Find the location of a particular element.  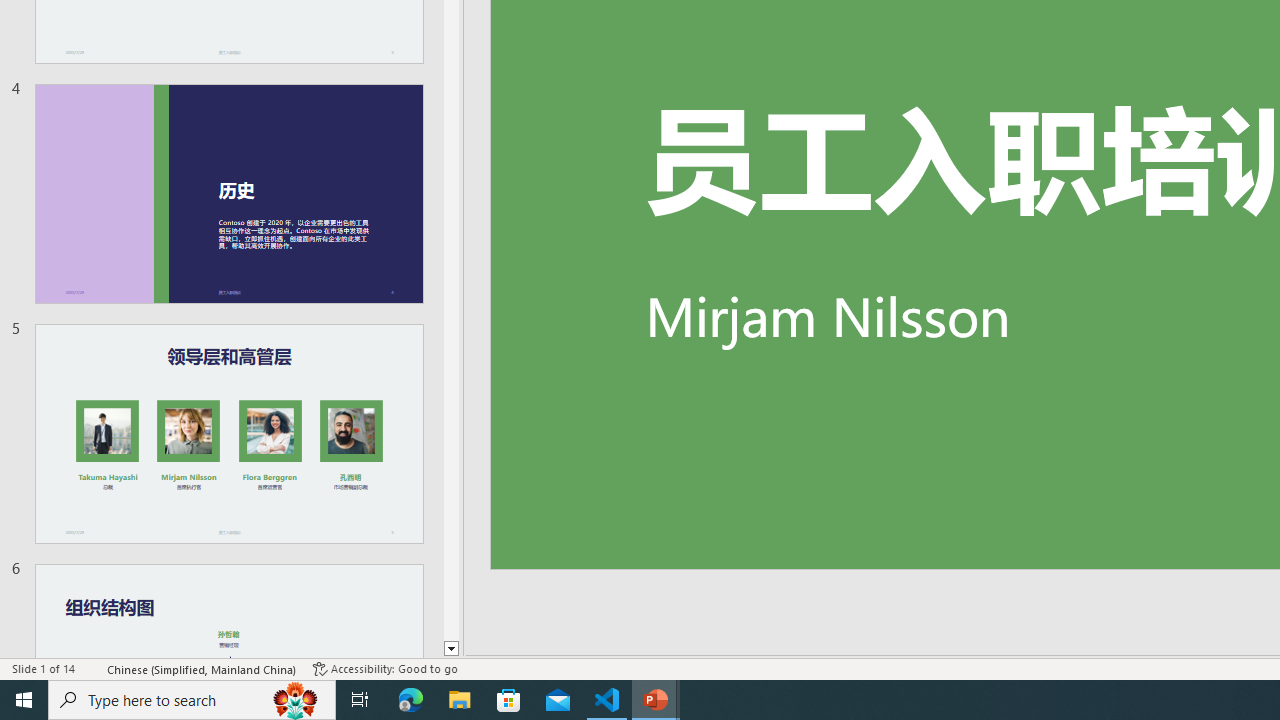

'Microsoft Store' is located at coordinates (509, 698).